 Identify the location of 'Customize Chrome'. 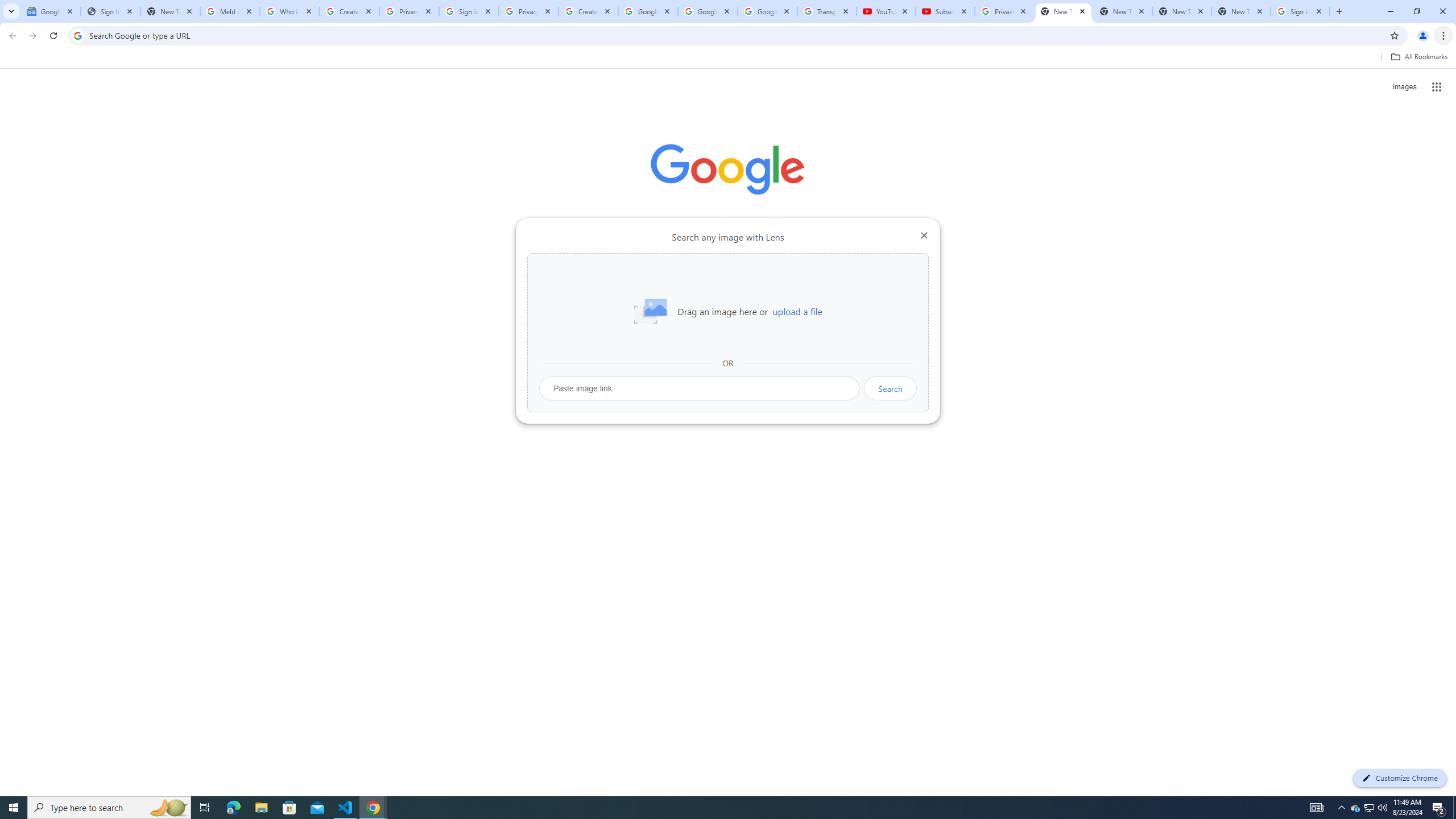
(1400, 777).